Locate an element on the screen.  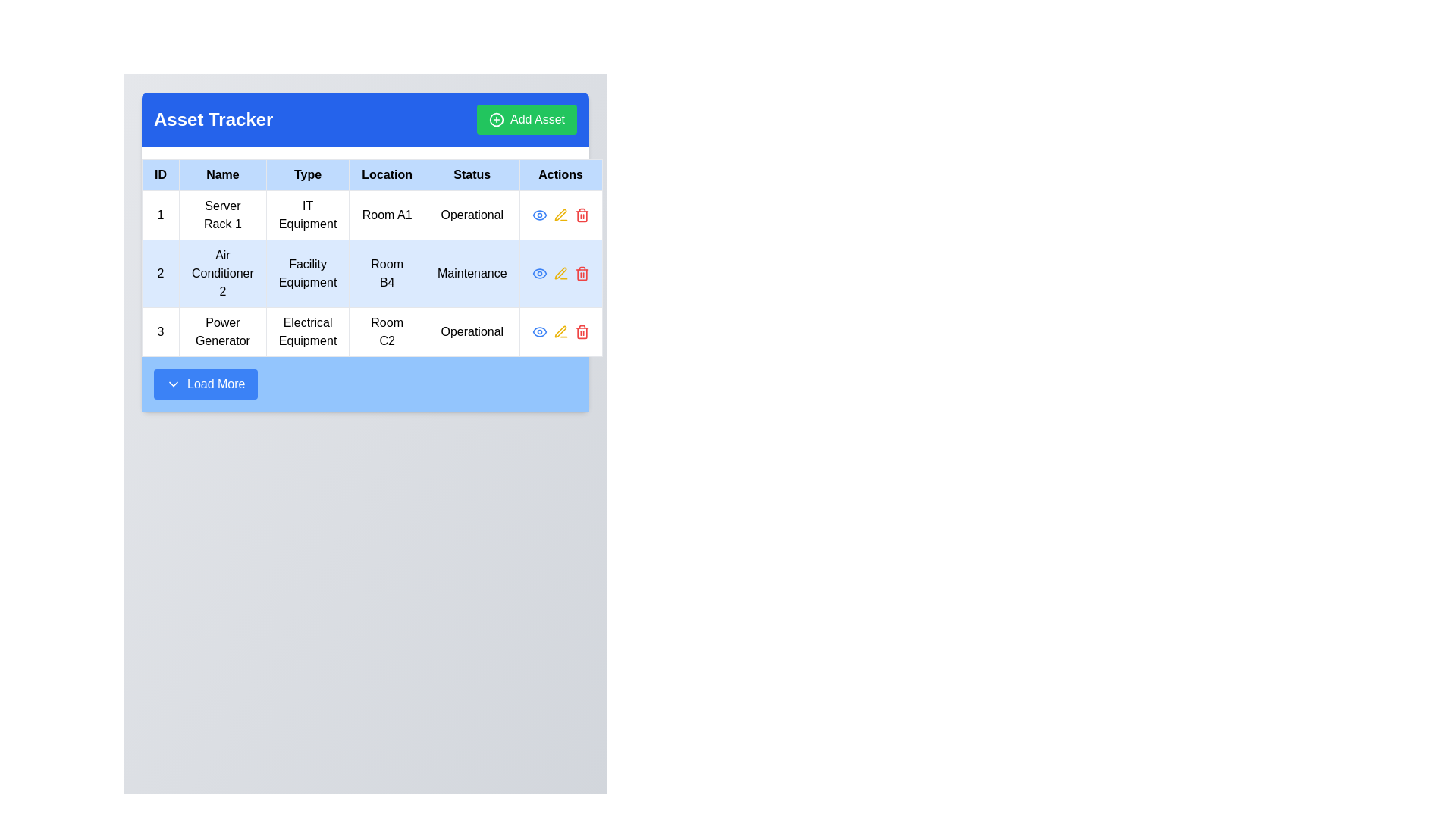
the red delete icon resembling a trash bin located in the 'Actions' column of the last row is located at coordinates (581, 331).